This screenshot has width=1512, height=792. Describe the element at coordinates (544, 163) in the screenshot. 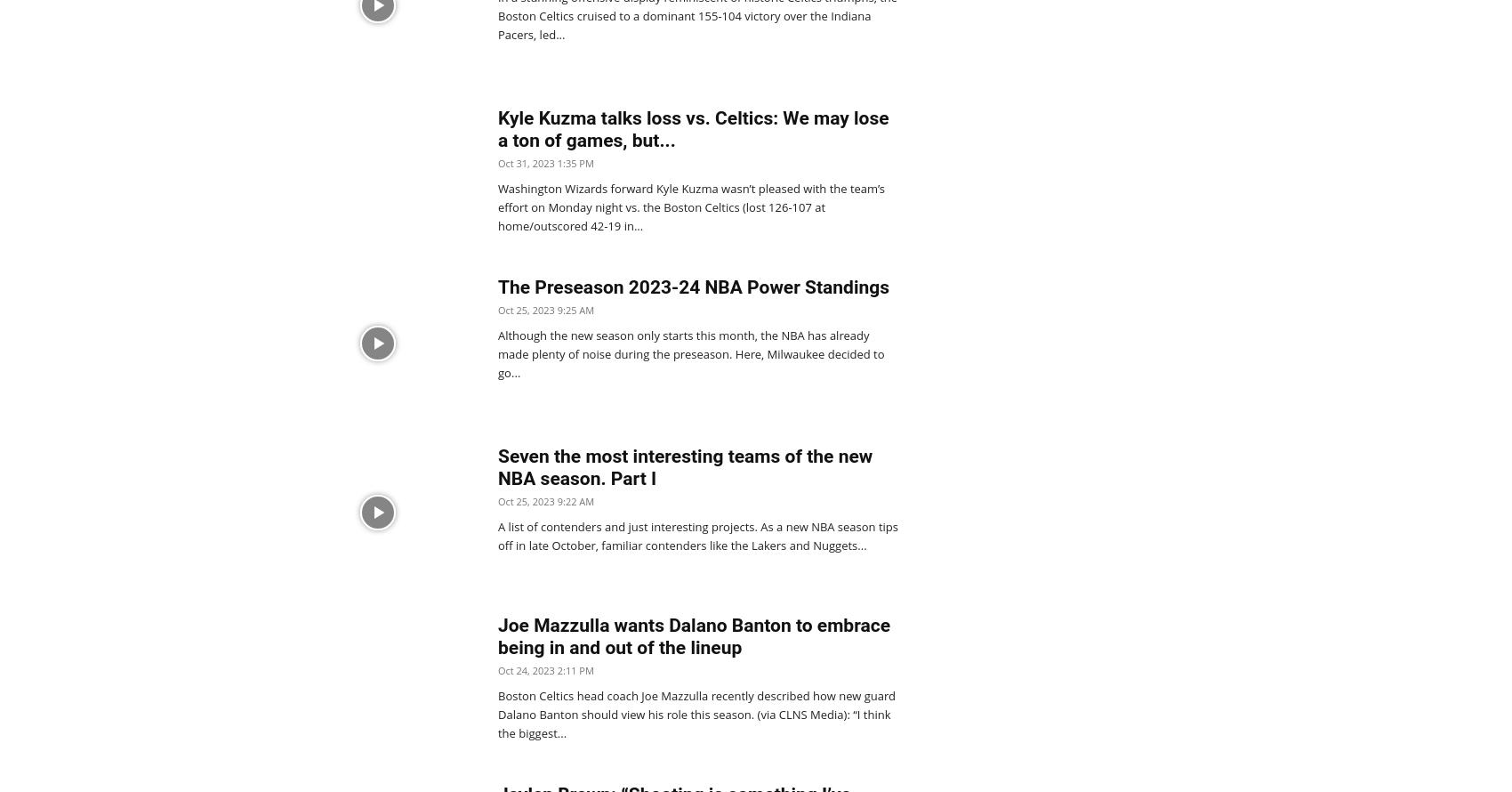

I see `'Oct 31, 2023 1:35 PM'` at that location.